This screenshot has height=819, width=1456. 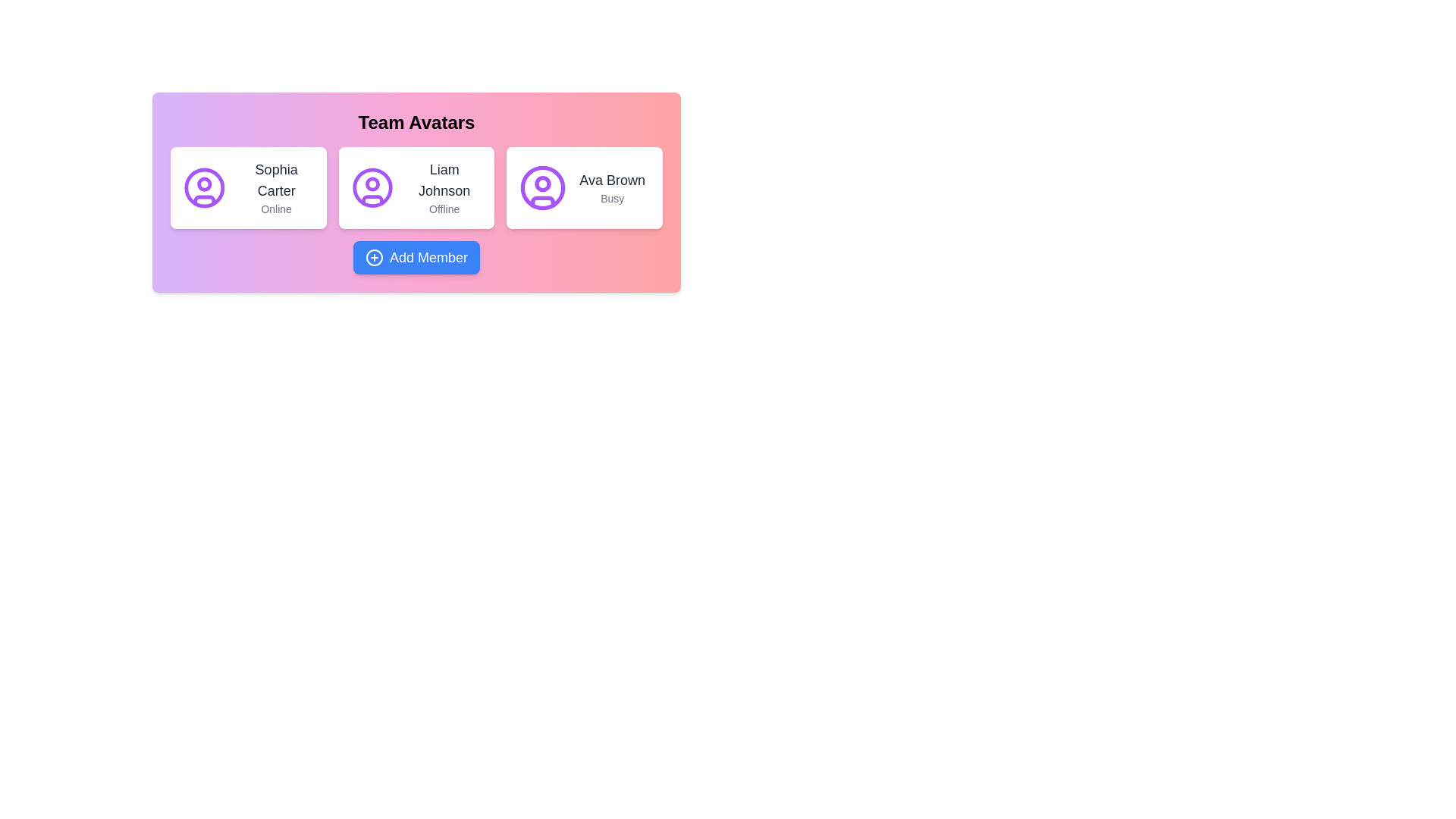 What do you see at coordinates (543, 201) in the screenshot?
I see `the curvy shape resembling a user icon located at the bottom part of the 'Ava Brown' user card's avatar icon` at bounding box center [543, 201].